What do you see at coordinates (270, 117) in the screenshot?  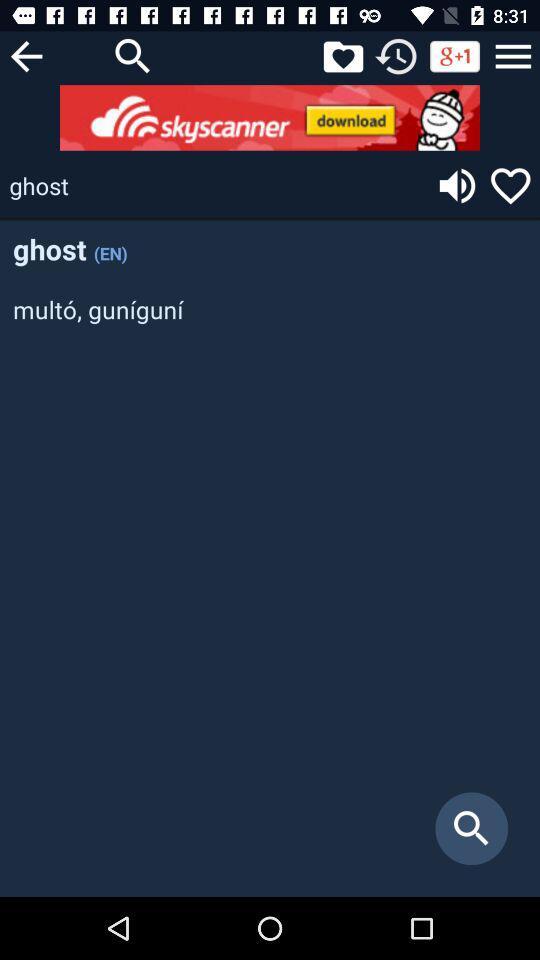 I see `click advertisement` at bounding box center [270, 117].